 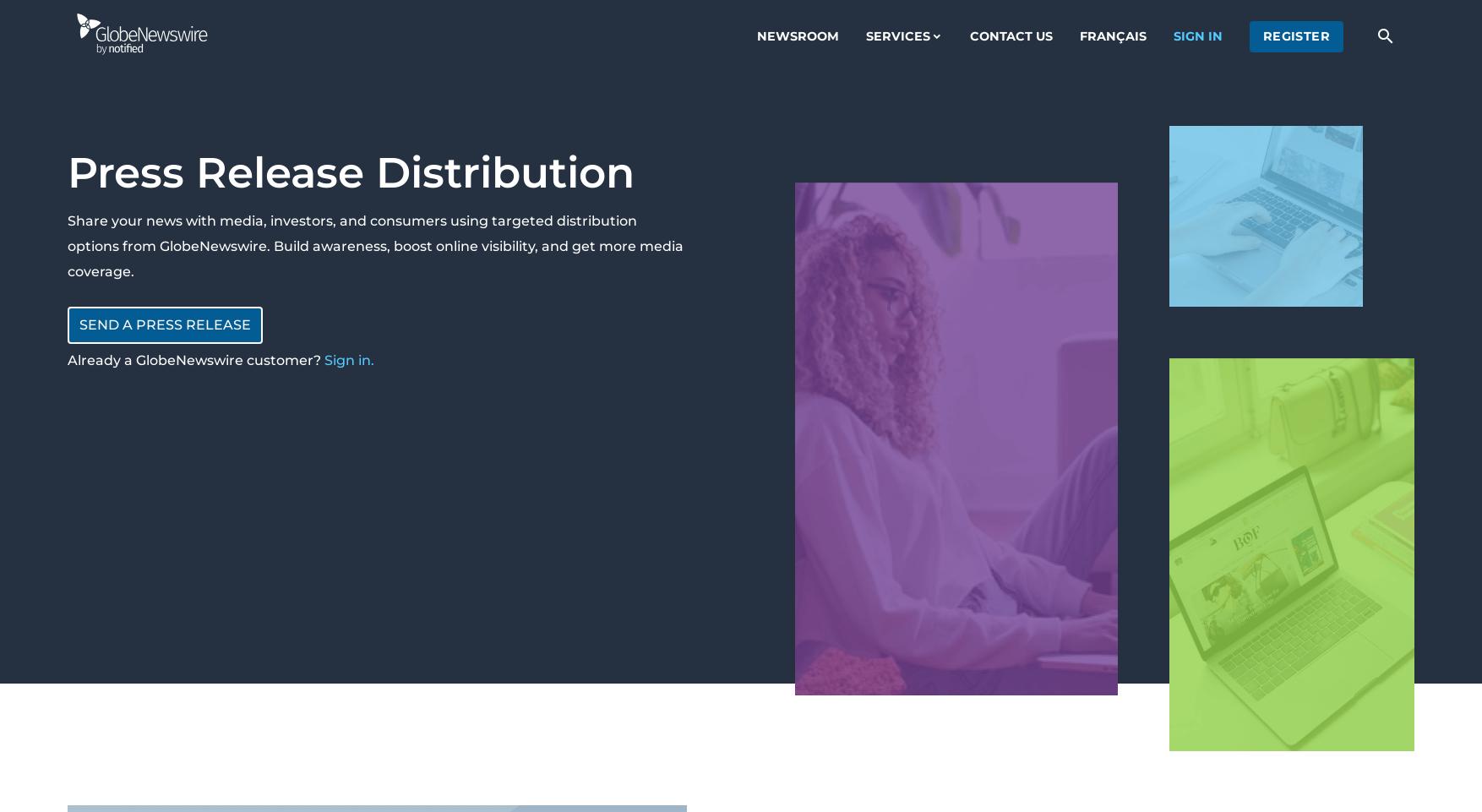 What do you see at coordinates (897, 34) in the screenshot?
I see `'services'` at bounding box center [897, 34].